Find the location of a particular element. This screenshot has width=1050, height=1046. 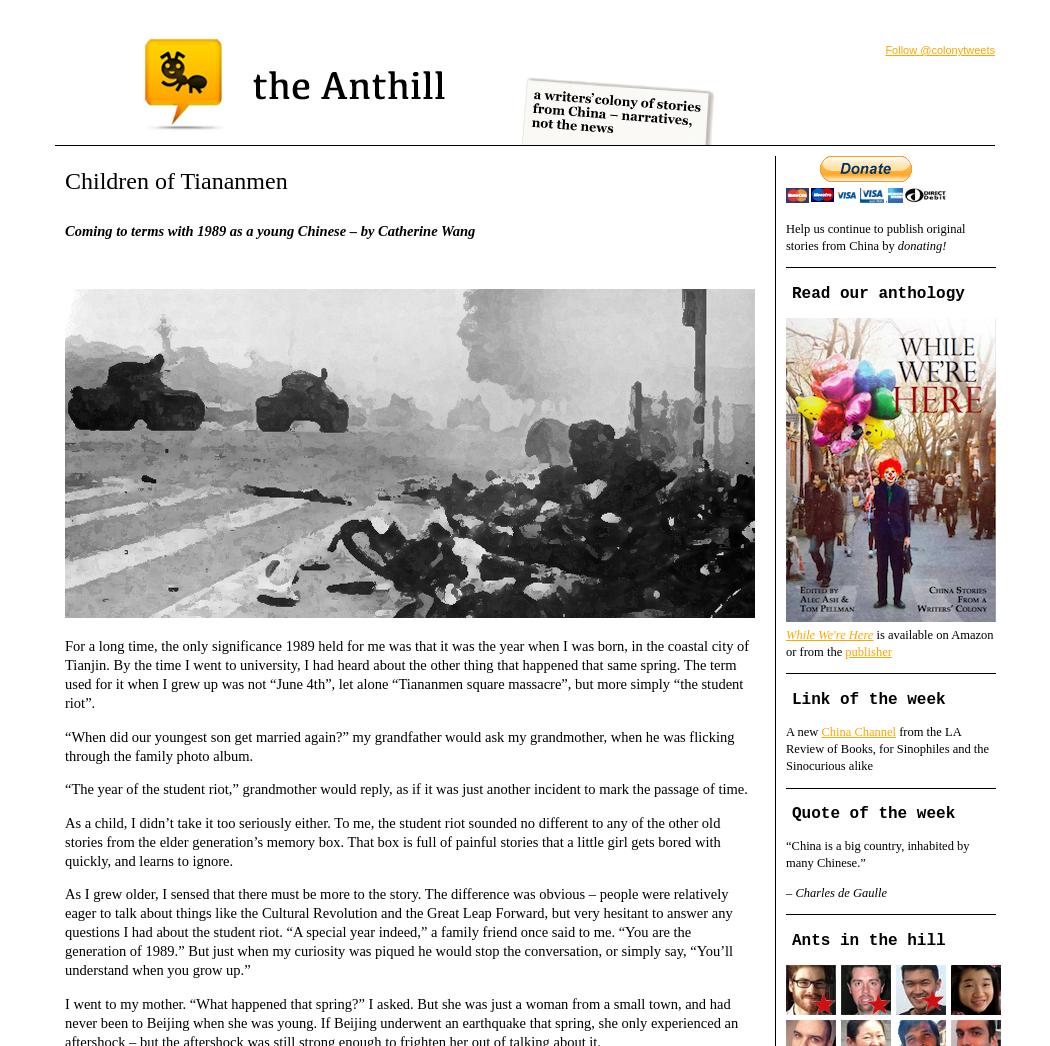

'Coming to terms with 1989 as a young Chinese – by Catherine Wang' is located at coordinates (268, 229).